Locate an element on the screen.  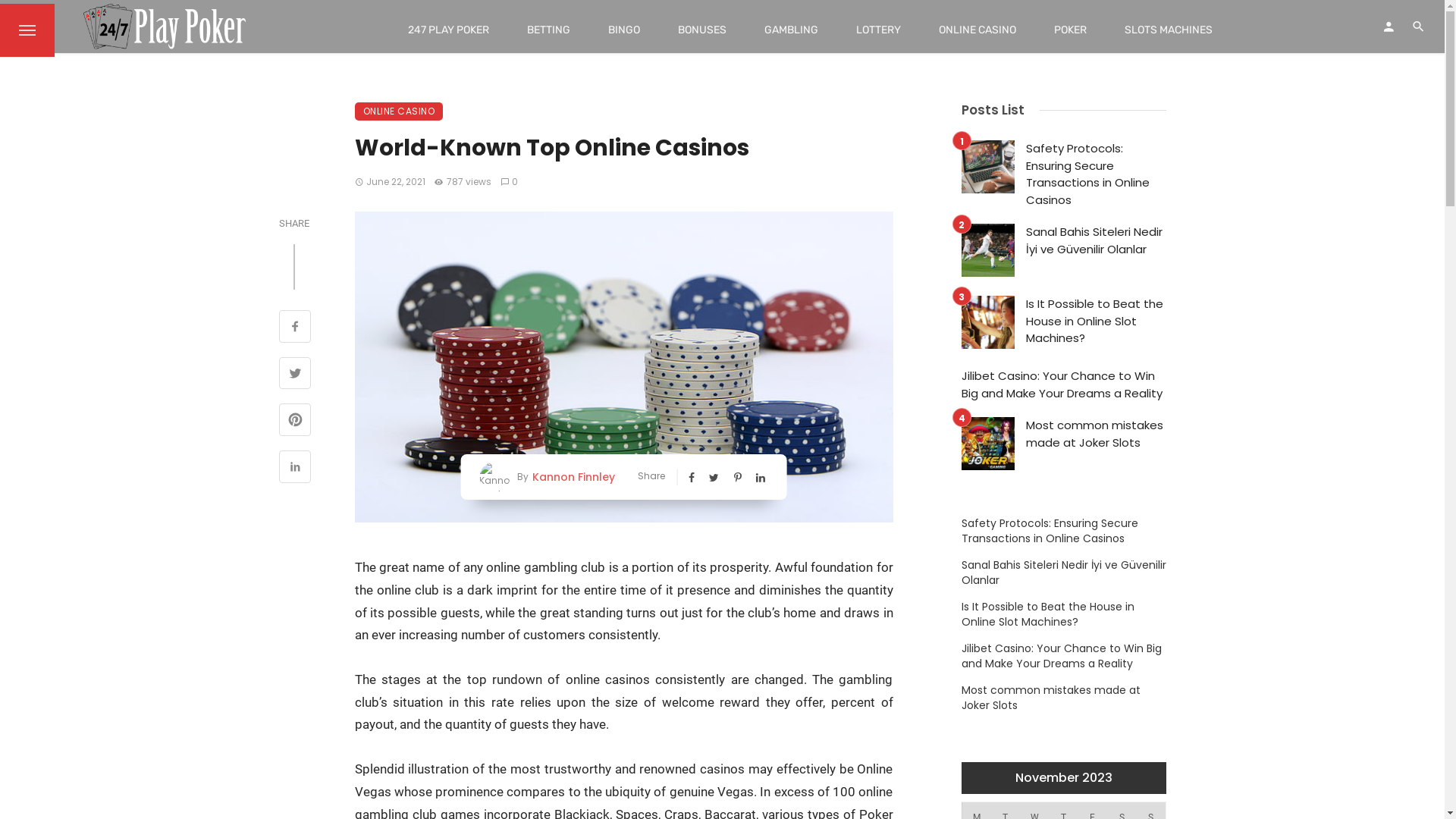
'Share on Twitter' is located at coordinates (279, 375).